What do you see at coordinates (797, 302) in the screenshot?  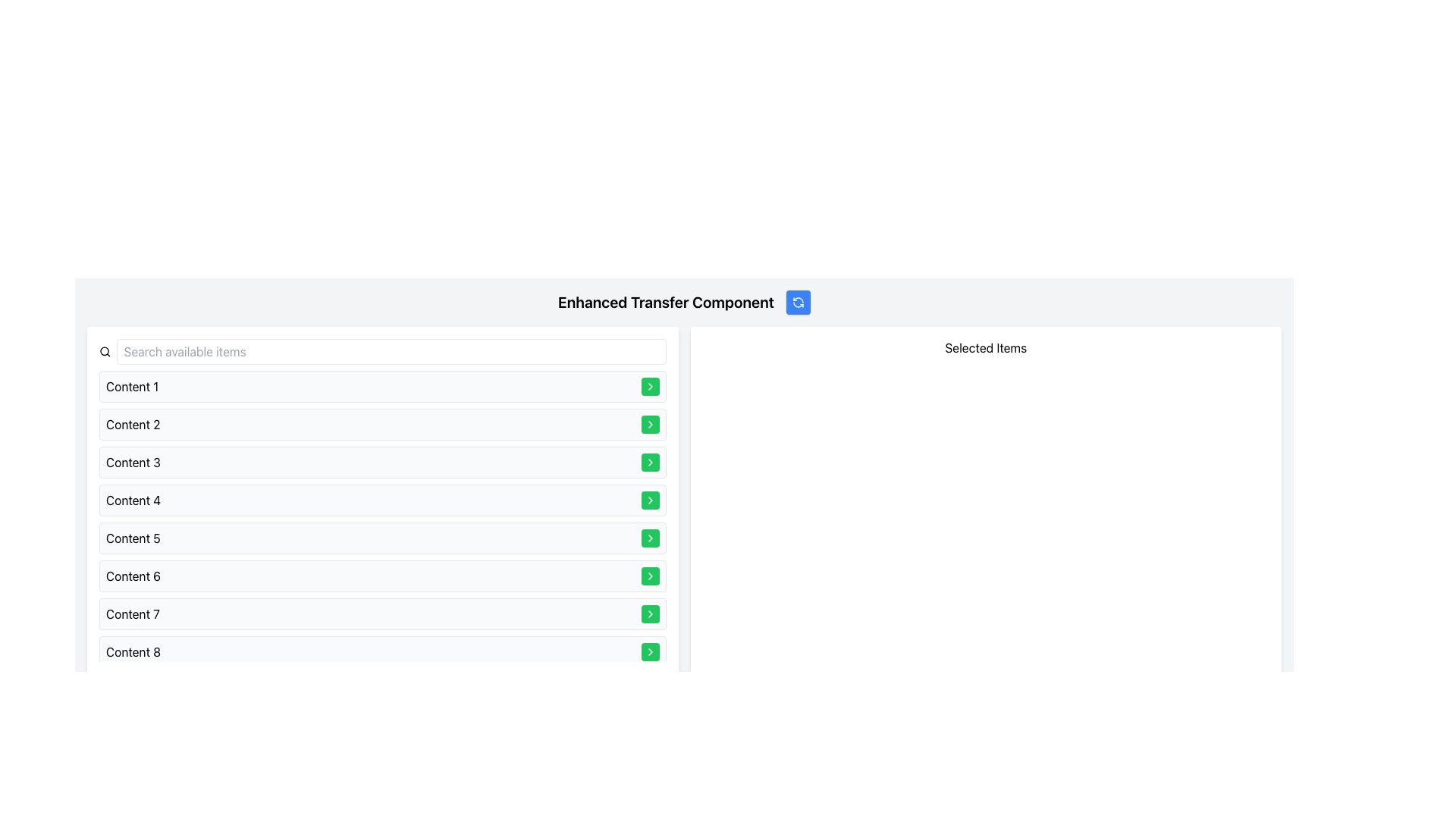 I see `the refresh icon with a blue background located at the top-center of the interface next to 'Enhanced Transfer Component'` at bounding box center [797, 302].